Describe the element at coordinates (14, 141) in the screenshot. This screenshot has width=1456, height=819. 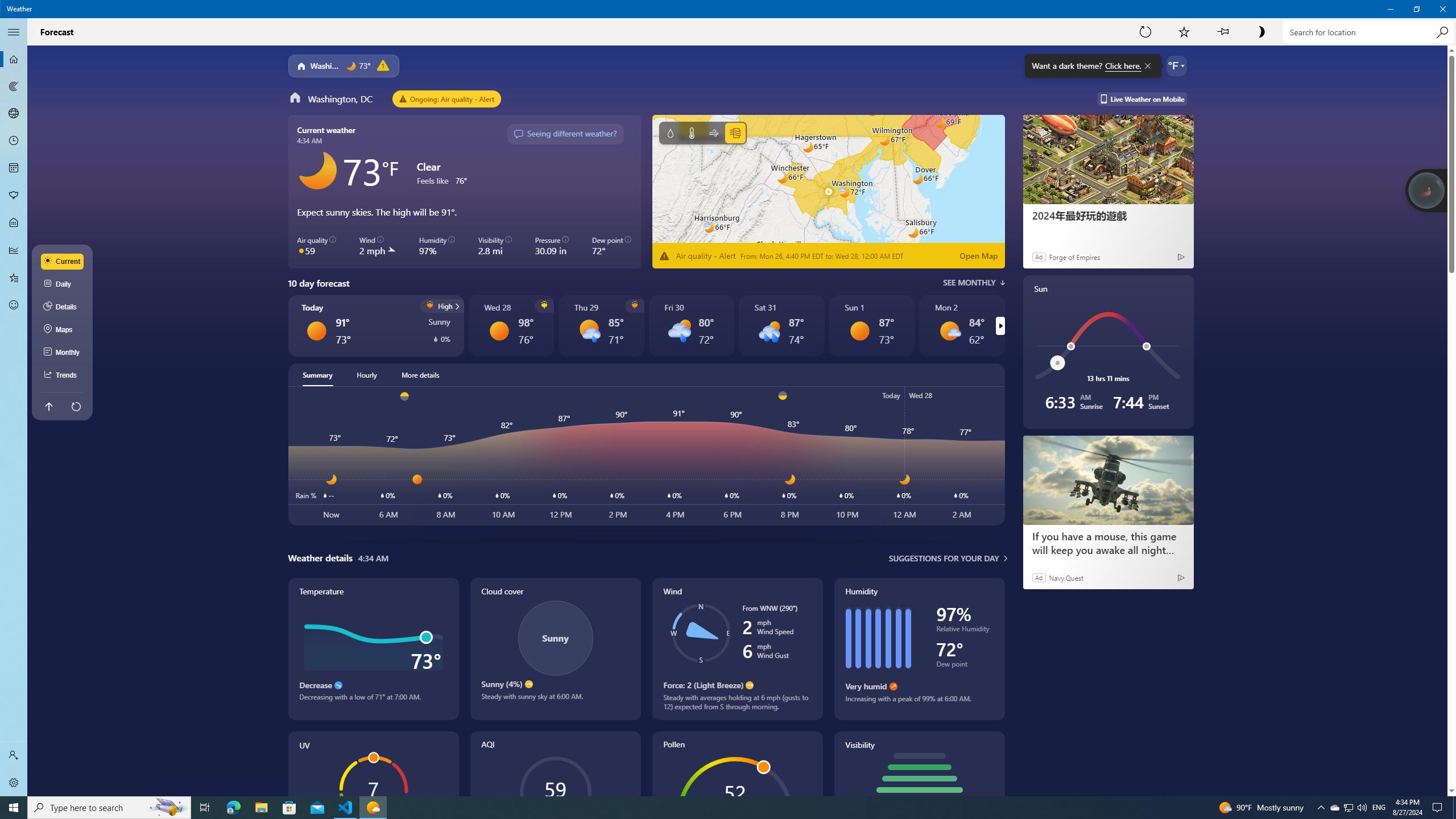
I see `'Hourly Forecast - Not Selected'` at that location.